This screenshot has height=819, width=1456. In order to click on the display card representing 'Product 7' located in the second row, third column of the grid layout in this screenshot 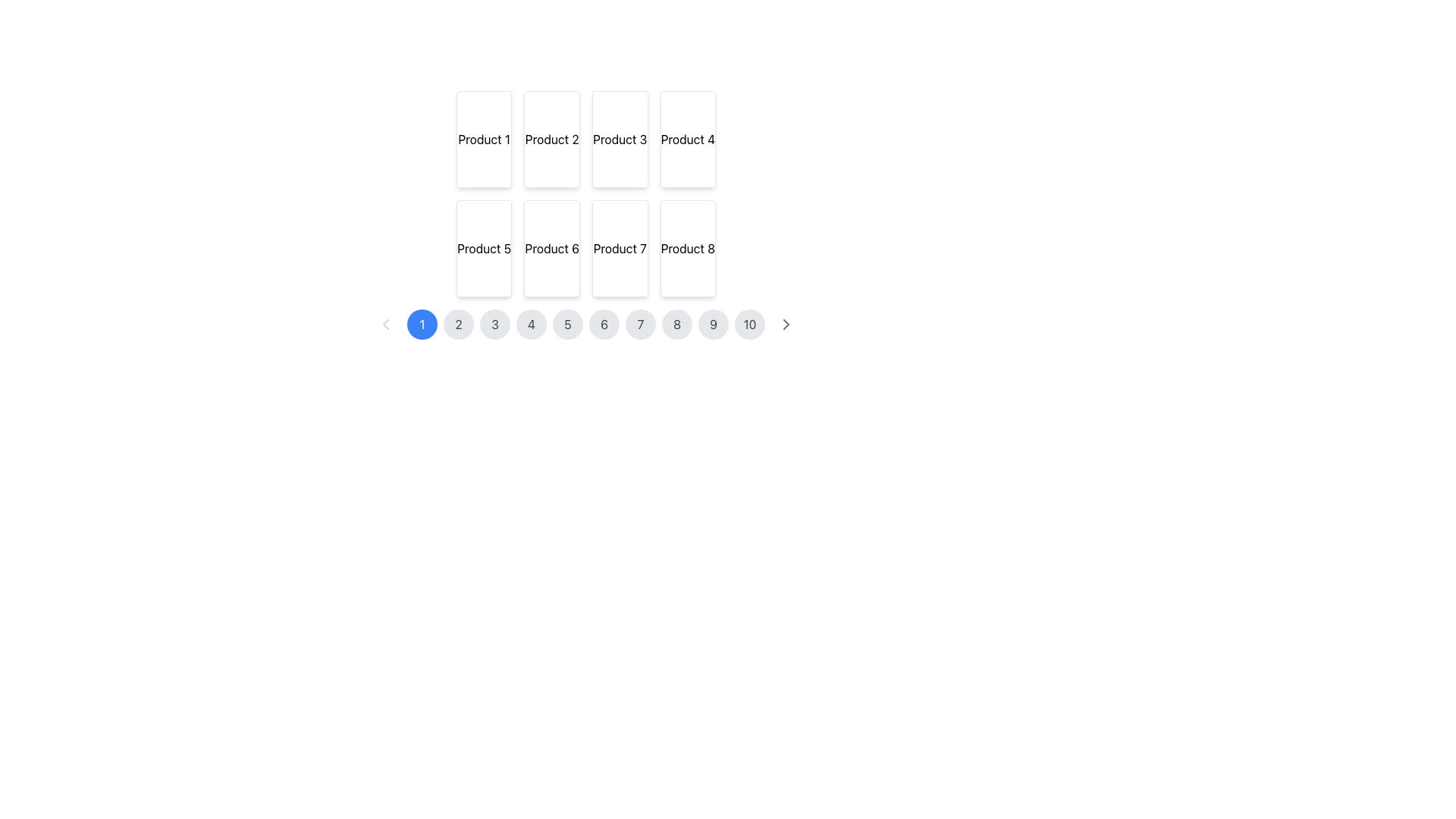, I will do `click(620, 247)`.